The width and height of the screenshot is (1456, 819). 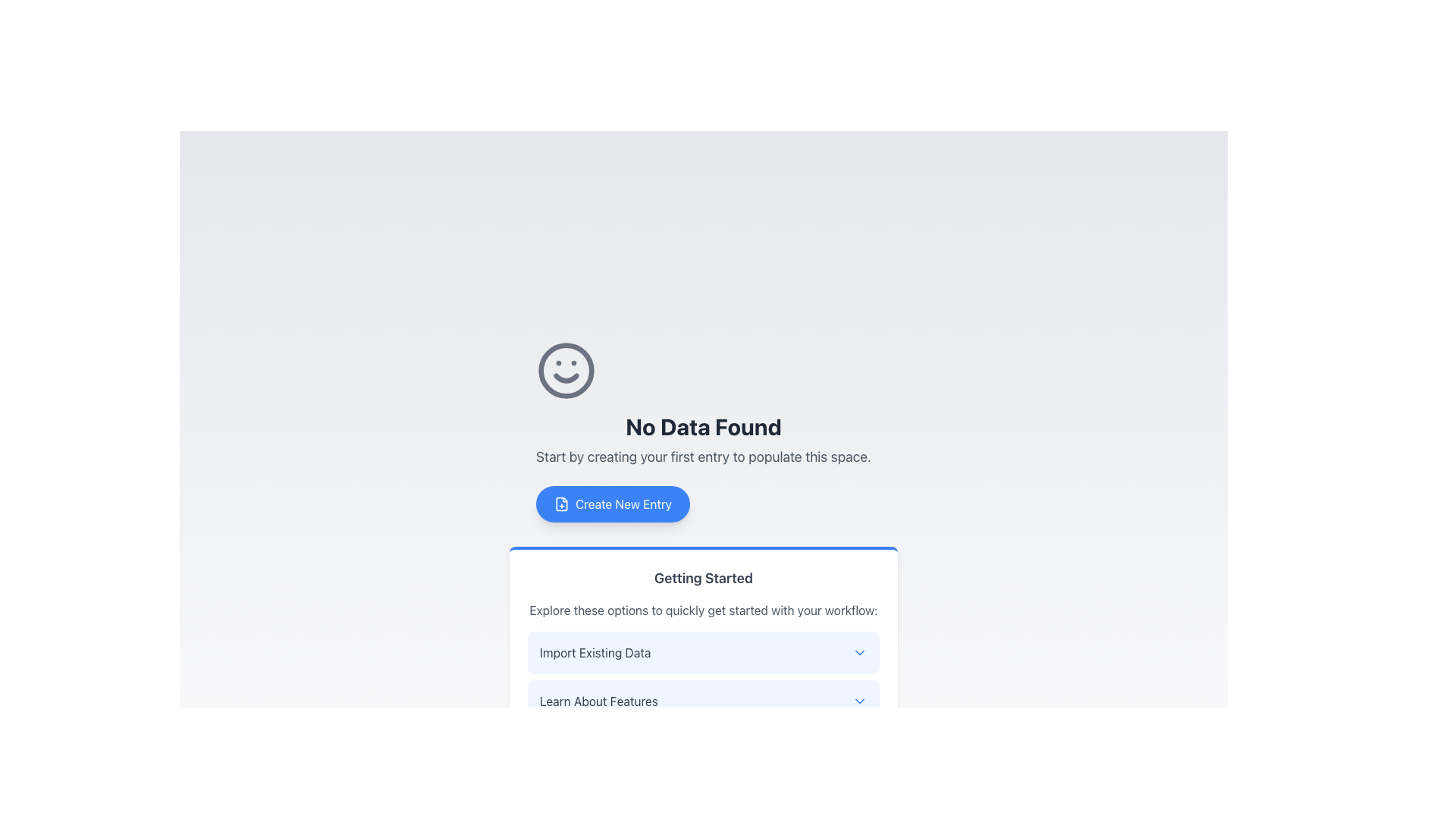 I want to click on the smile graphic that represents the mouth of the smiley face icon located towards the lower part of the circular icon, so click(x=566, y=377).